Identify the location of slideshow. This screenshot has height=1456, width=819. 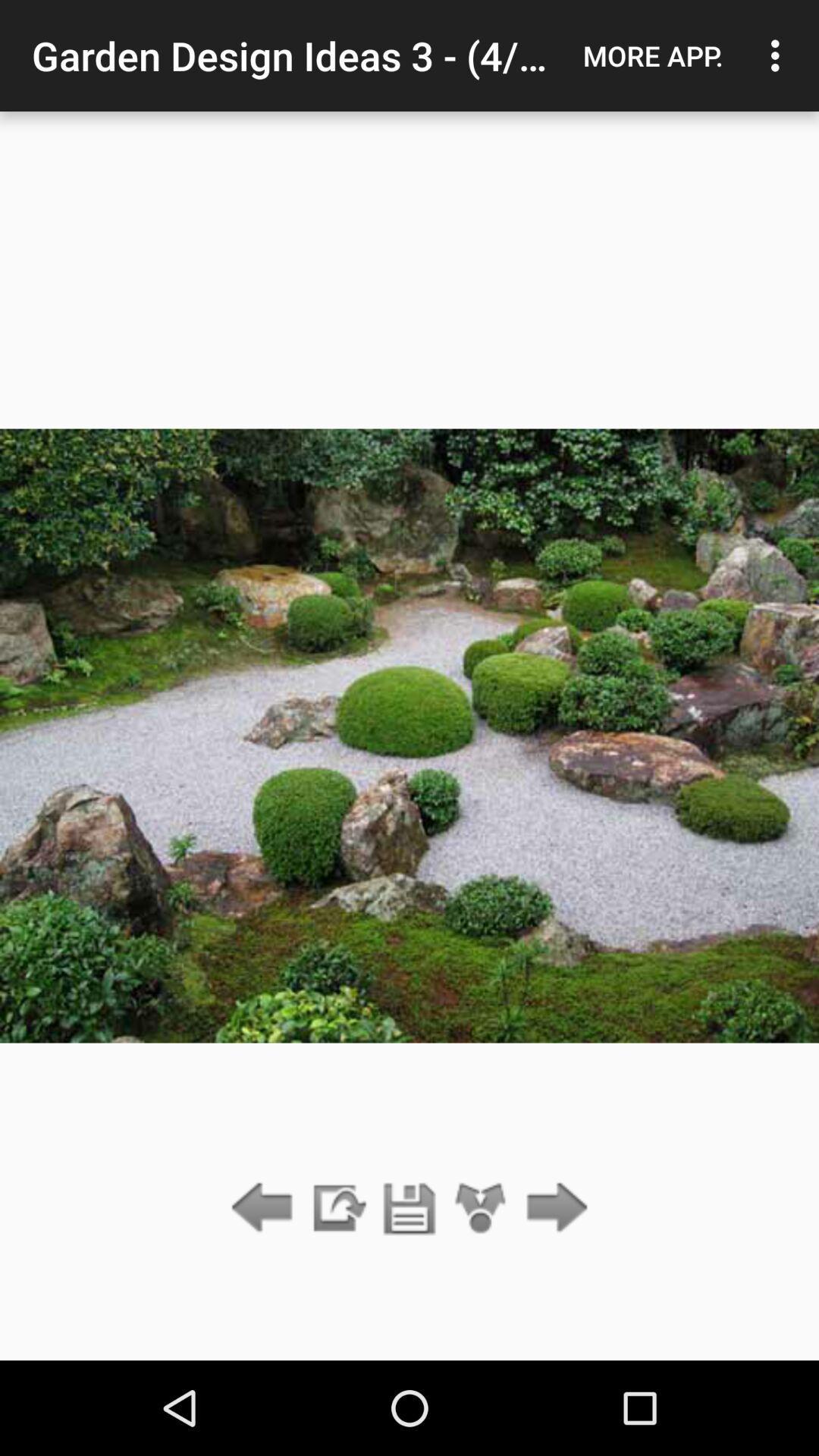
(337, 1208).